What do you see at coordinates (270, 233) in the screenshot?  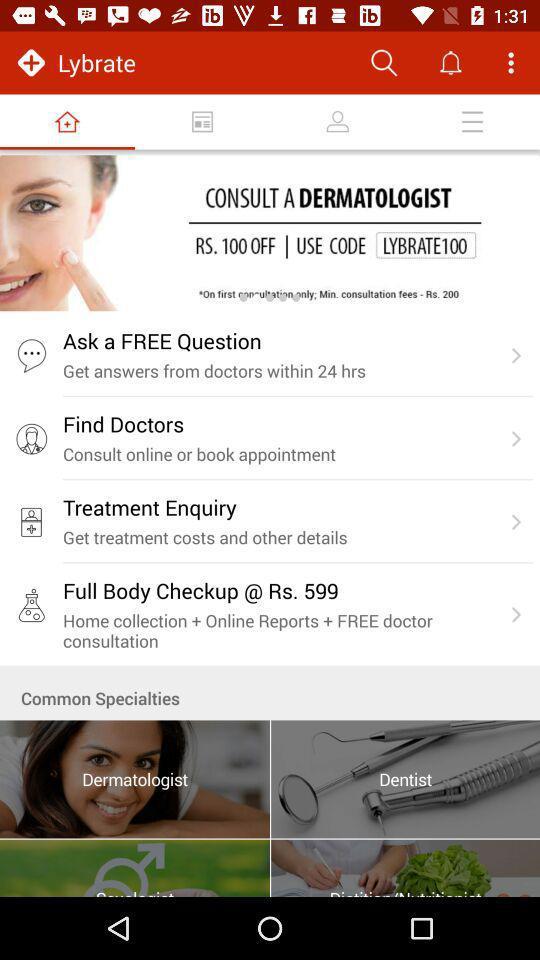 I see `visit the advertiser 's website` at bounding box center [270, 233].